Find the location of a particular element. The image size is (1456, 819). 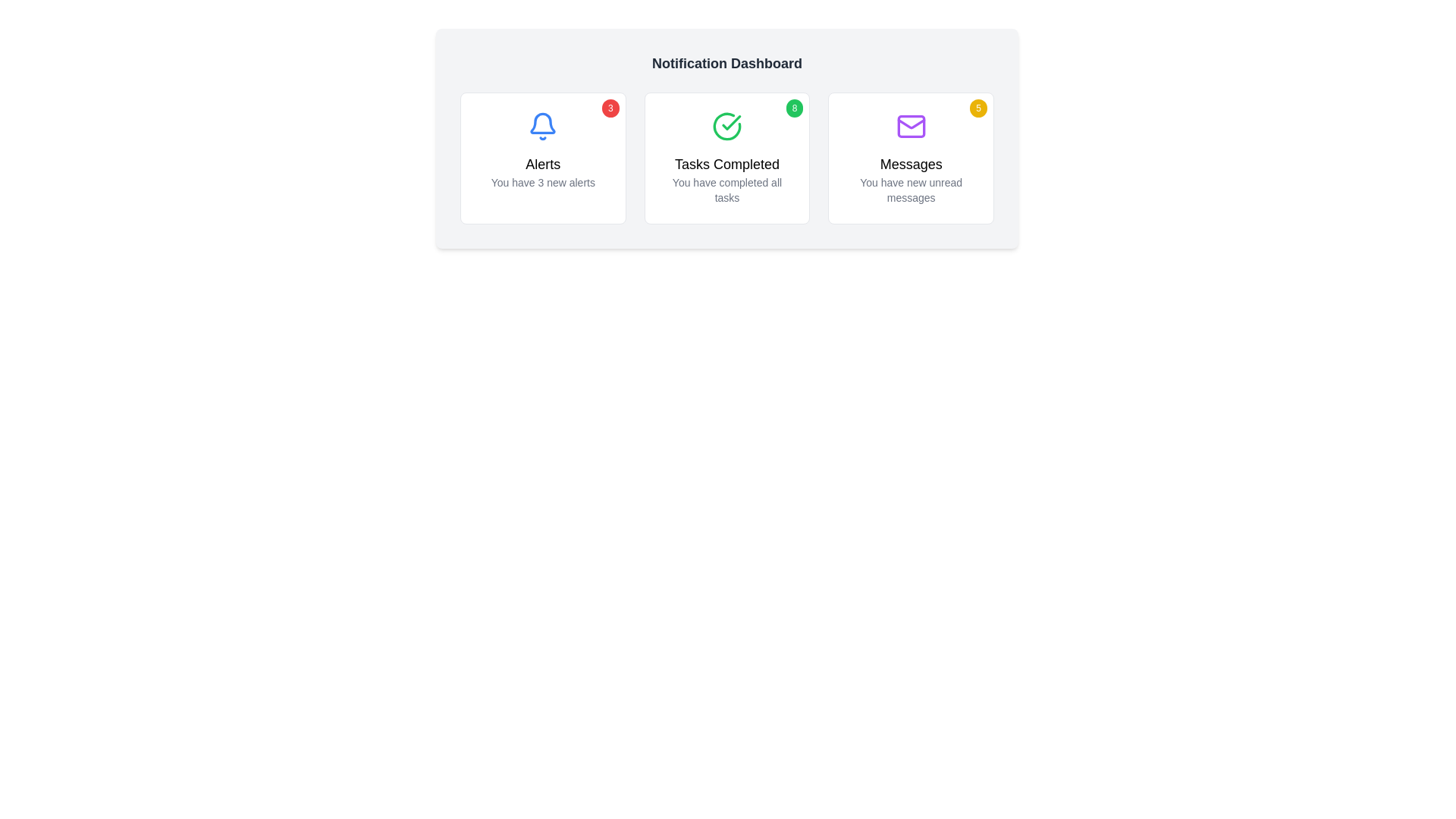

the Decorative Icon indicating unread messages located at the top of the 'Messages' card in the Notification Dashboard is located at coordinates (910, 125).